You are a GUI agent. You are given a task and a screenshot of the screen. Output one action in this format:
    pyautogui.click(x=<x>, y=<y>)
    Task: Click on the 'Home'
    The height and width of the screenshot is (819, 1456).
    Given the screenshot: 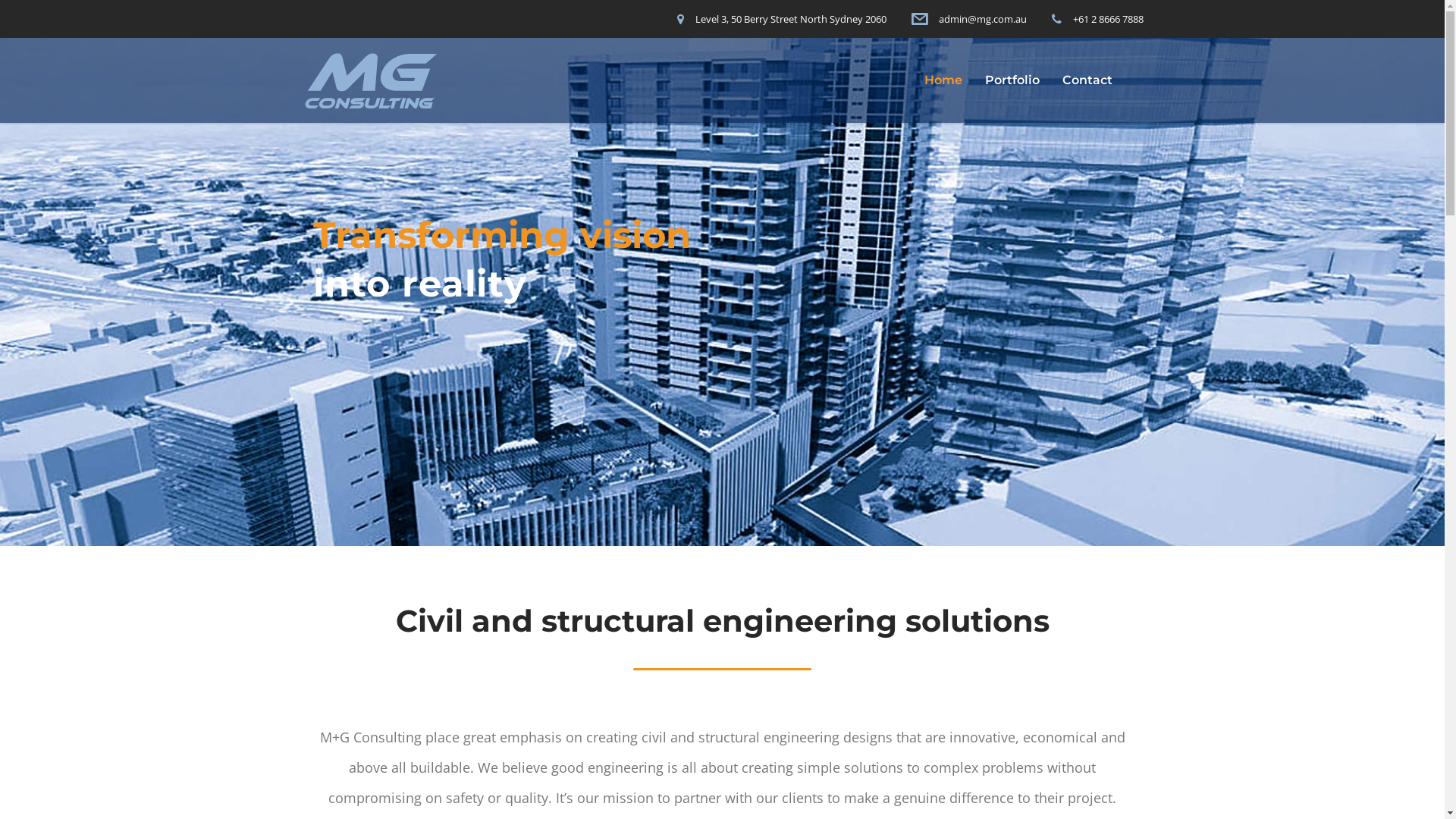 What is the action you would take?
    pyautogui.click(x=942, y=80)
    